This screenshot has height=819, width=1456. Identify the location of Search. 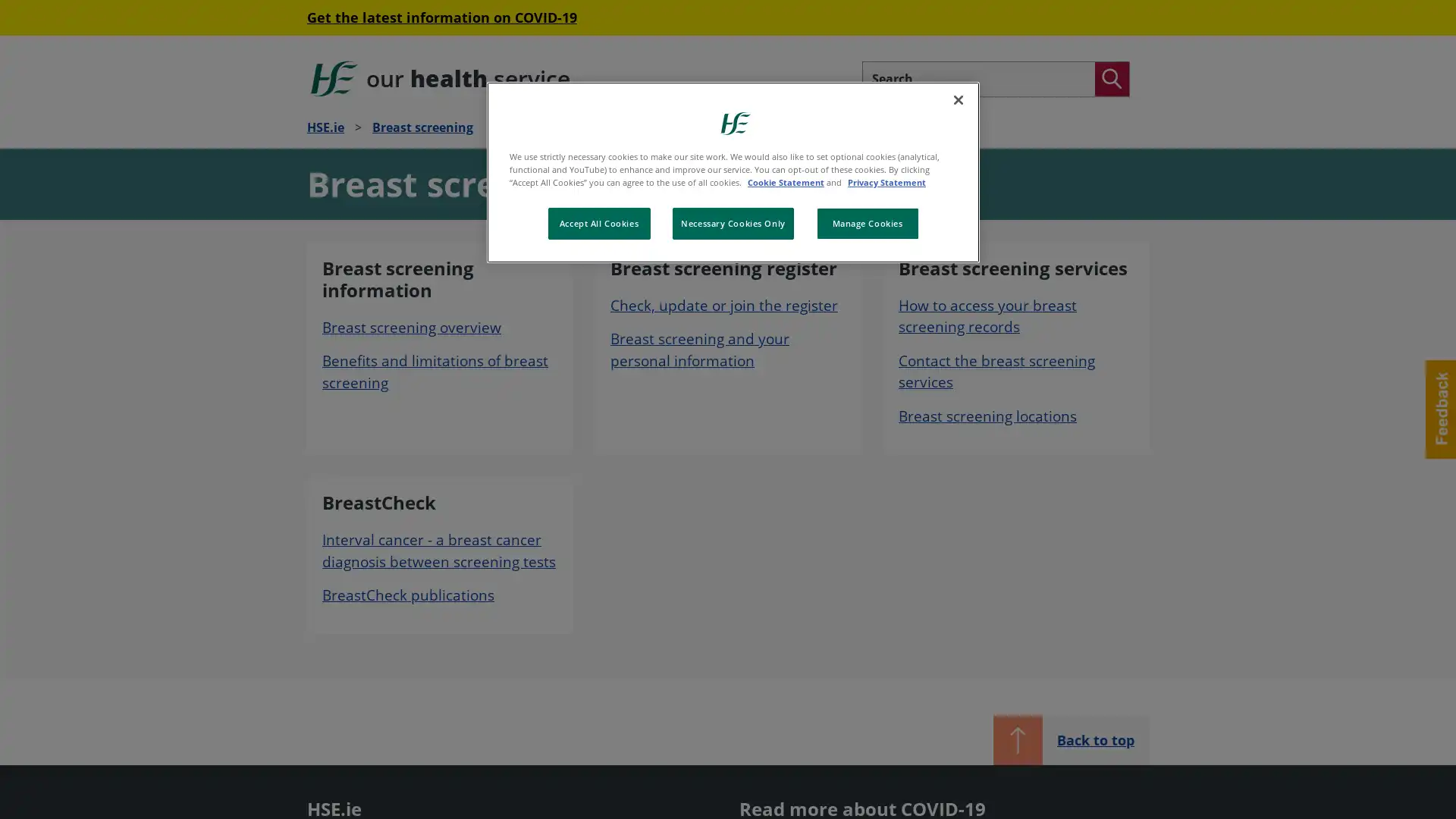
(1112, 78).